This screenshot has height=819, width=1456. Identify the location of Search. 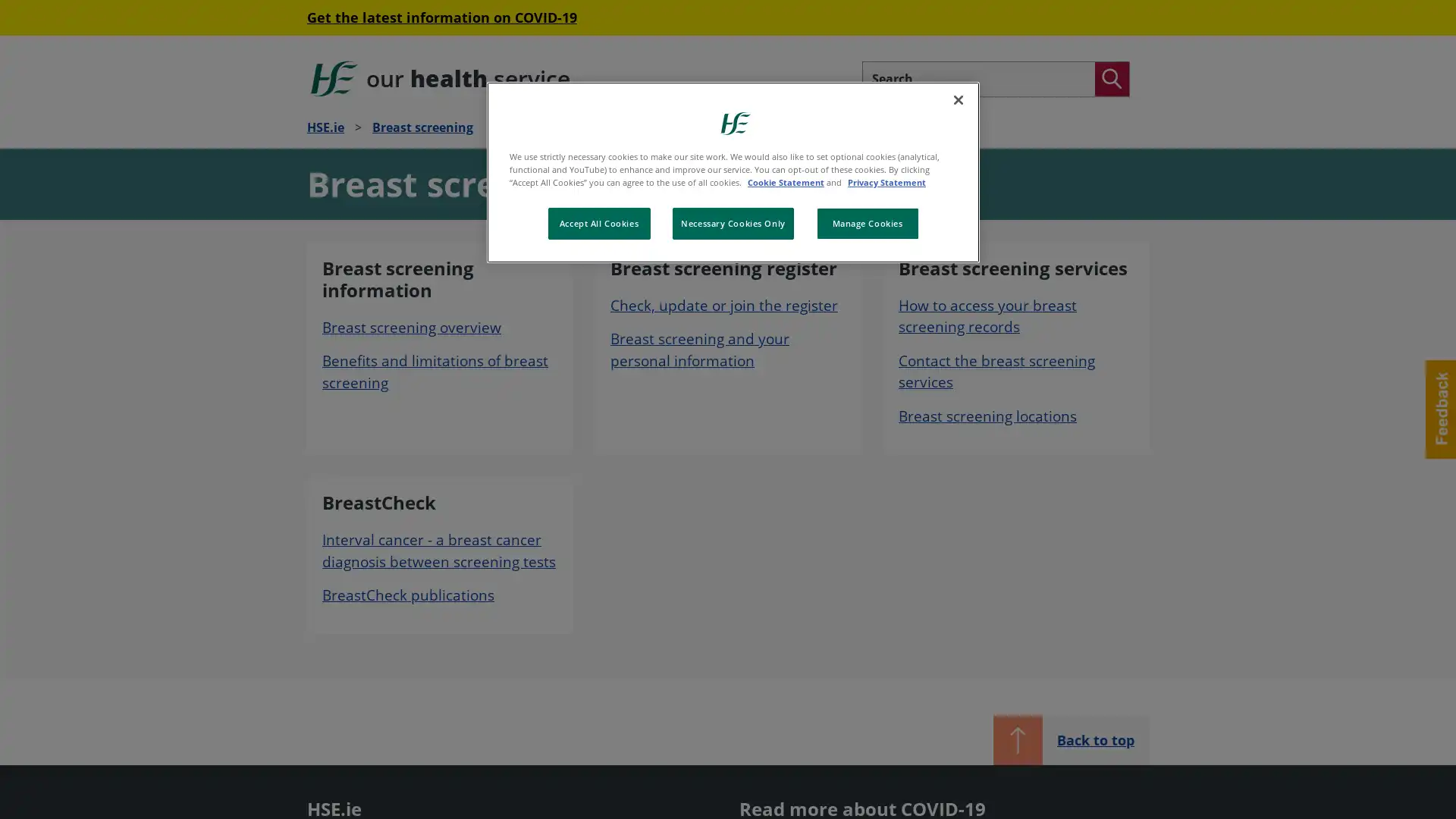
(1112, 78).